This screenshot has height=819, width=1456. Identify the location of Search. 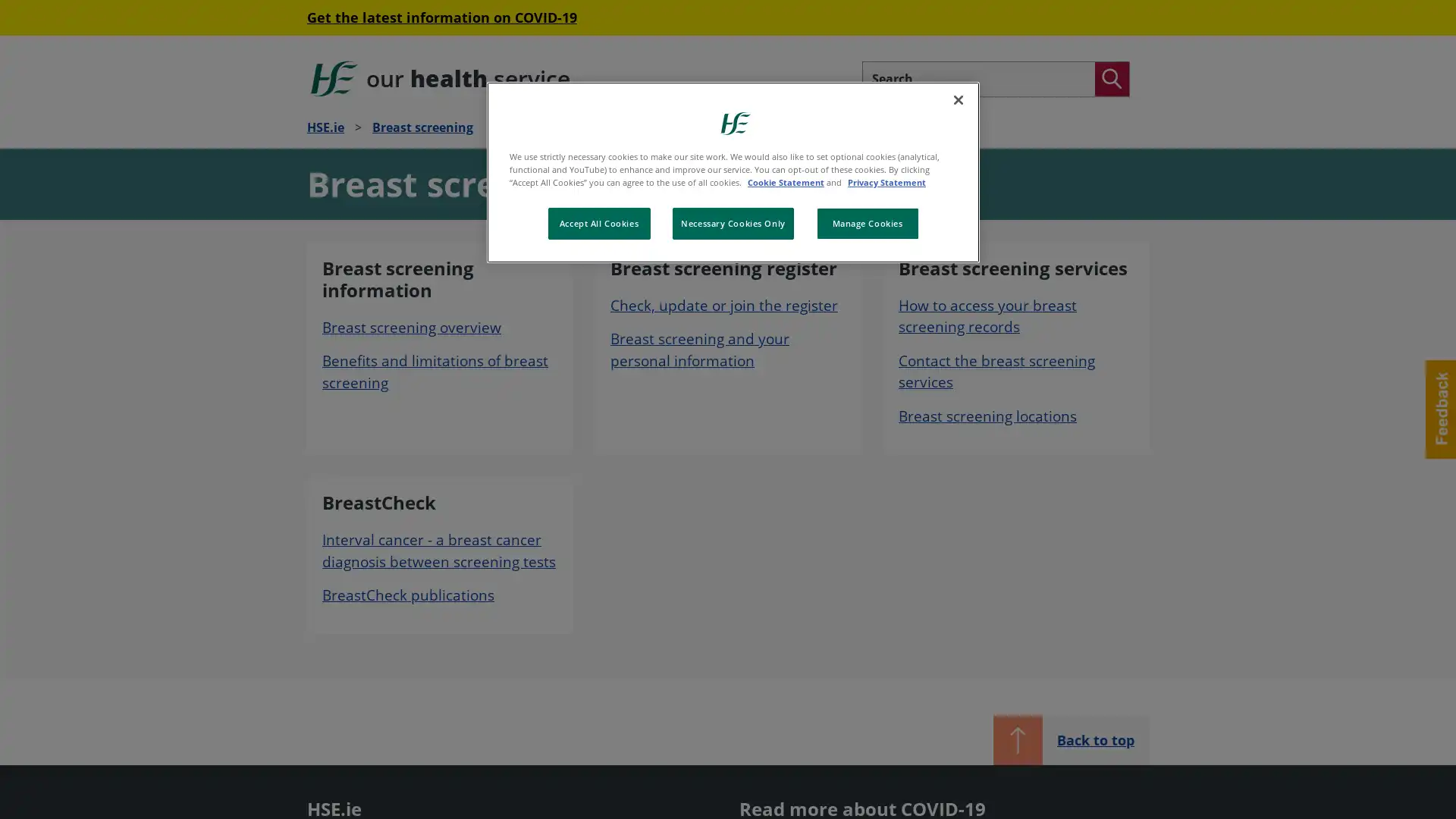
(1112, 78).